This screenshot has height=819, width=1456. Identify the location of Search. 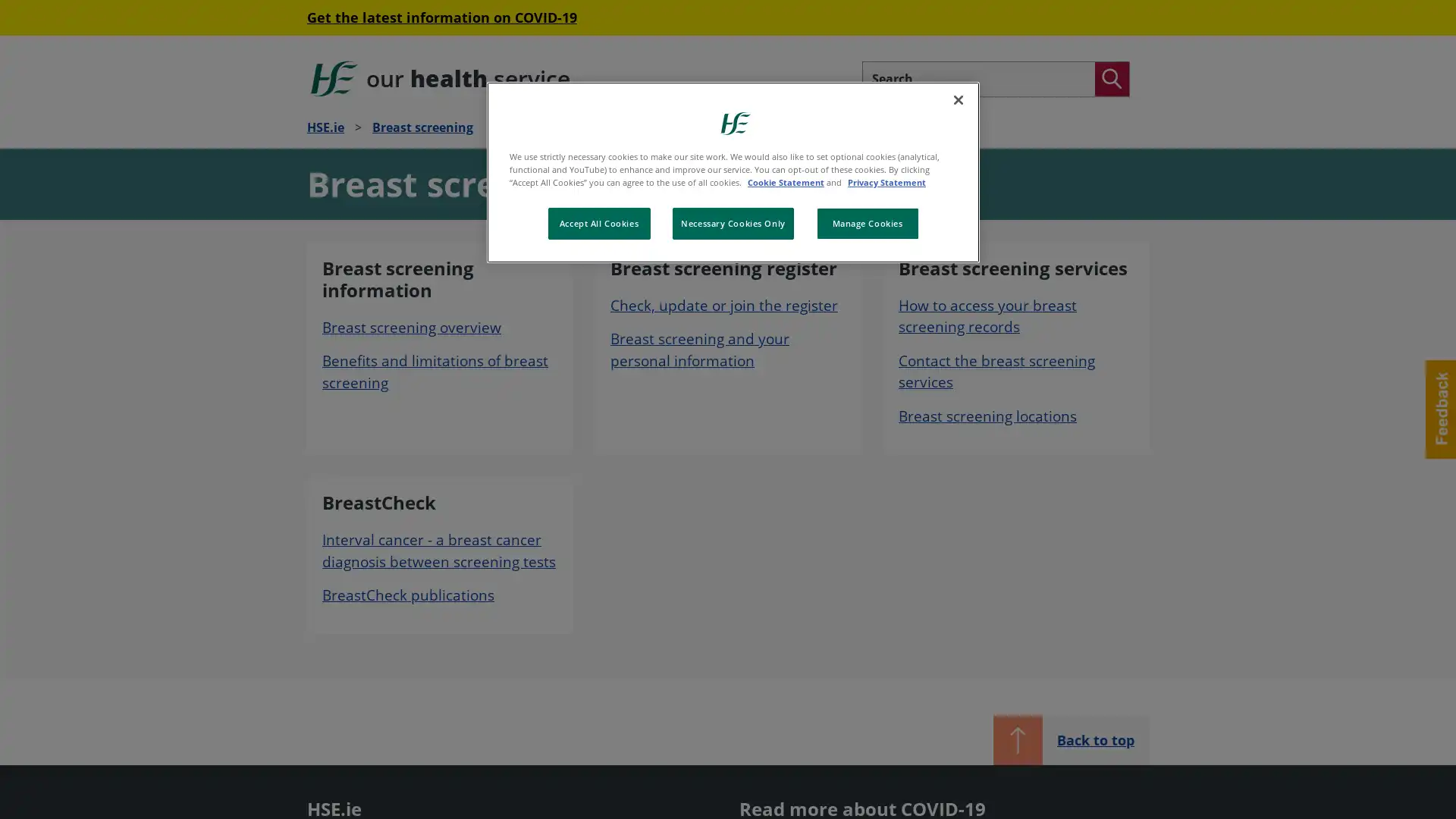
(1112, 78).